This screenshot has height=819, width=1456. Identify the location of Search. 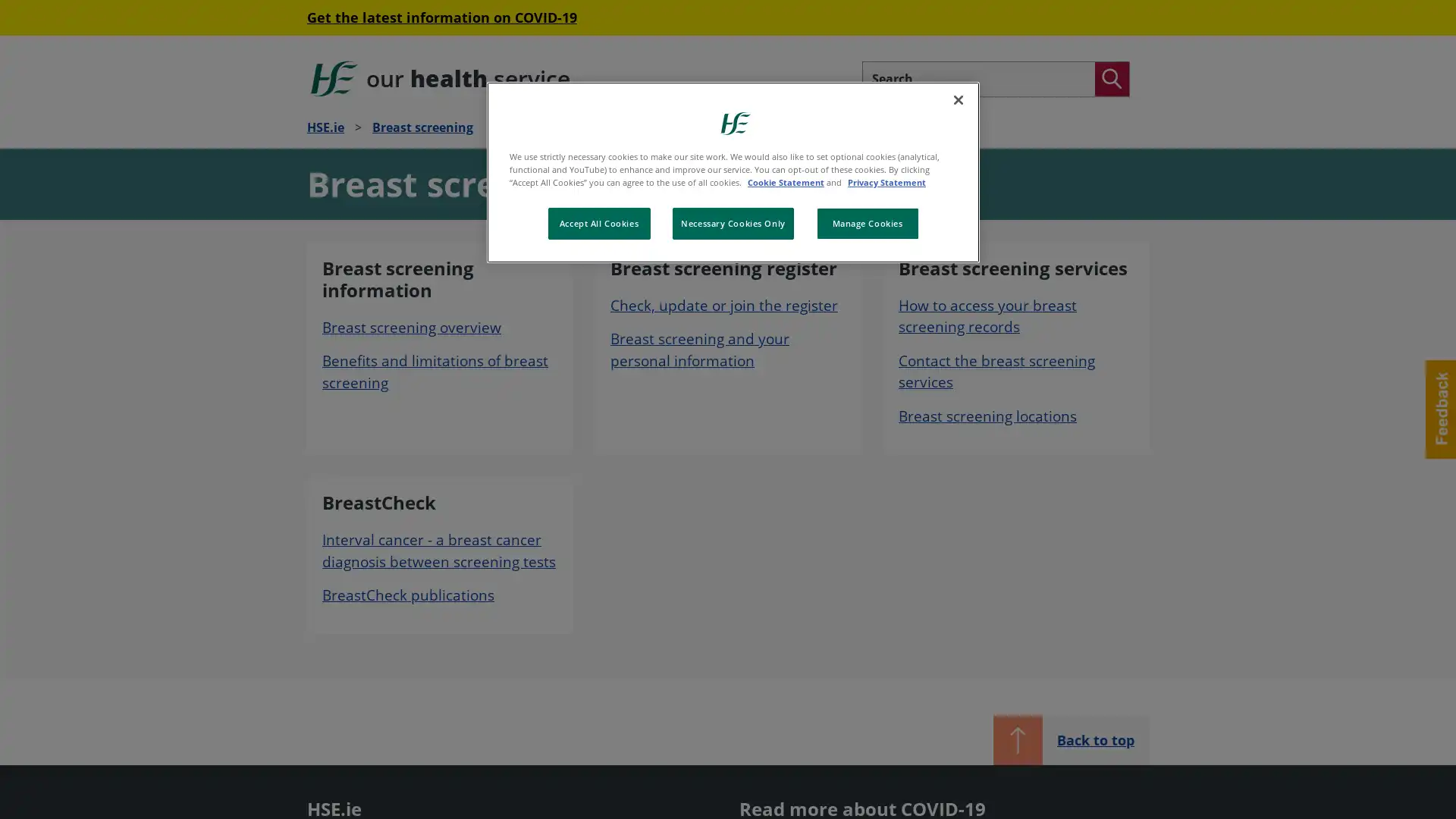
(1112, 78).